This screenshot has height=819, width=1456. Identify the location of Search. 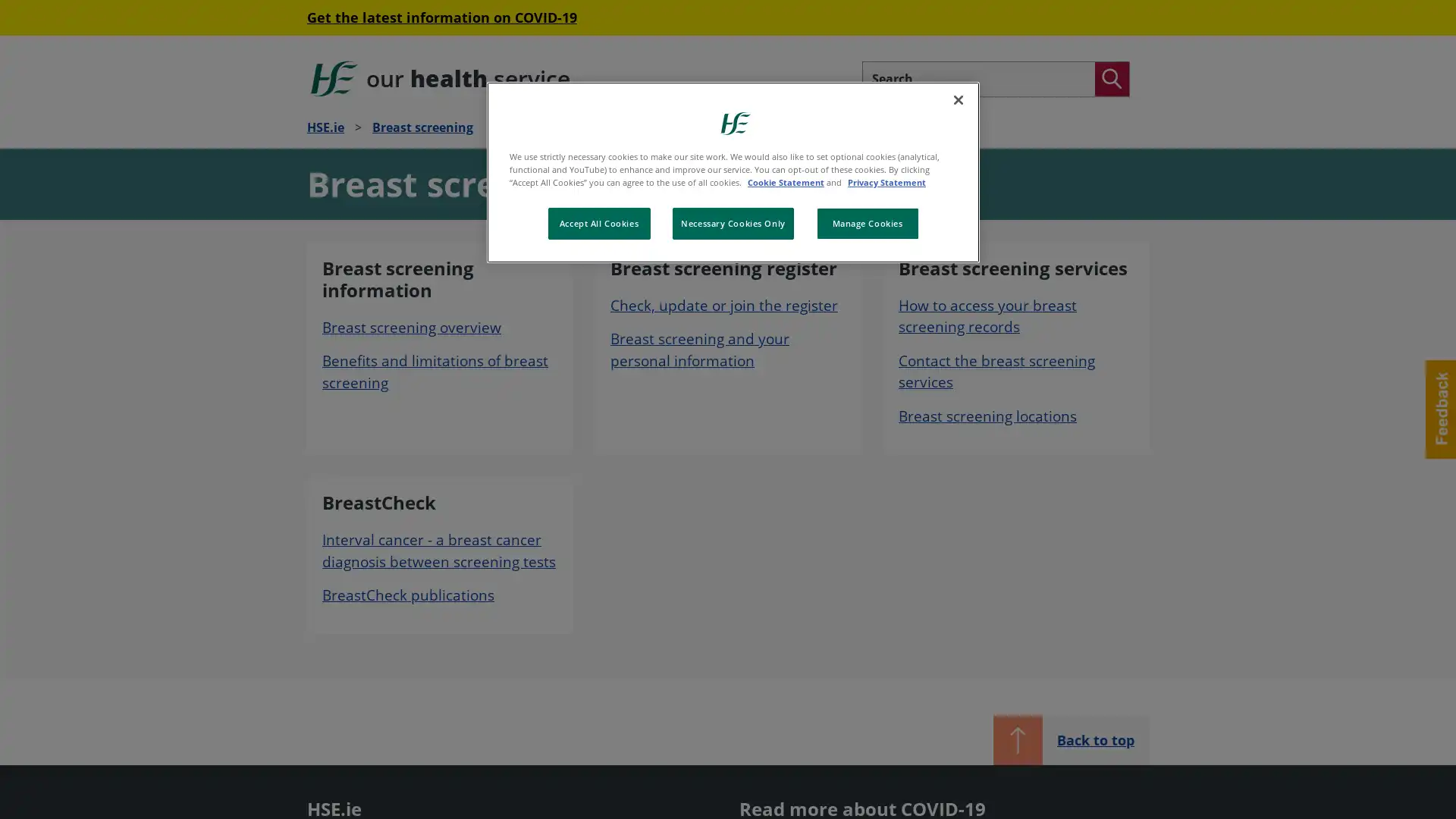
(1112, 78).